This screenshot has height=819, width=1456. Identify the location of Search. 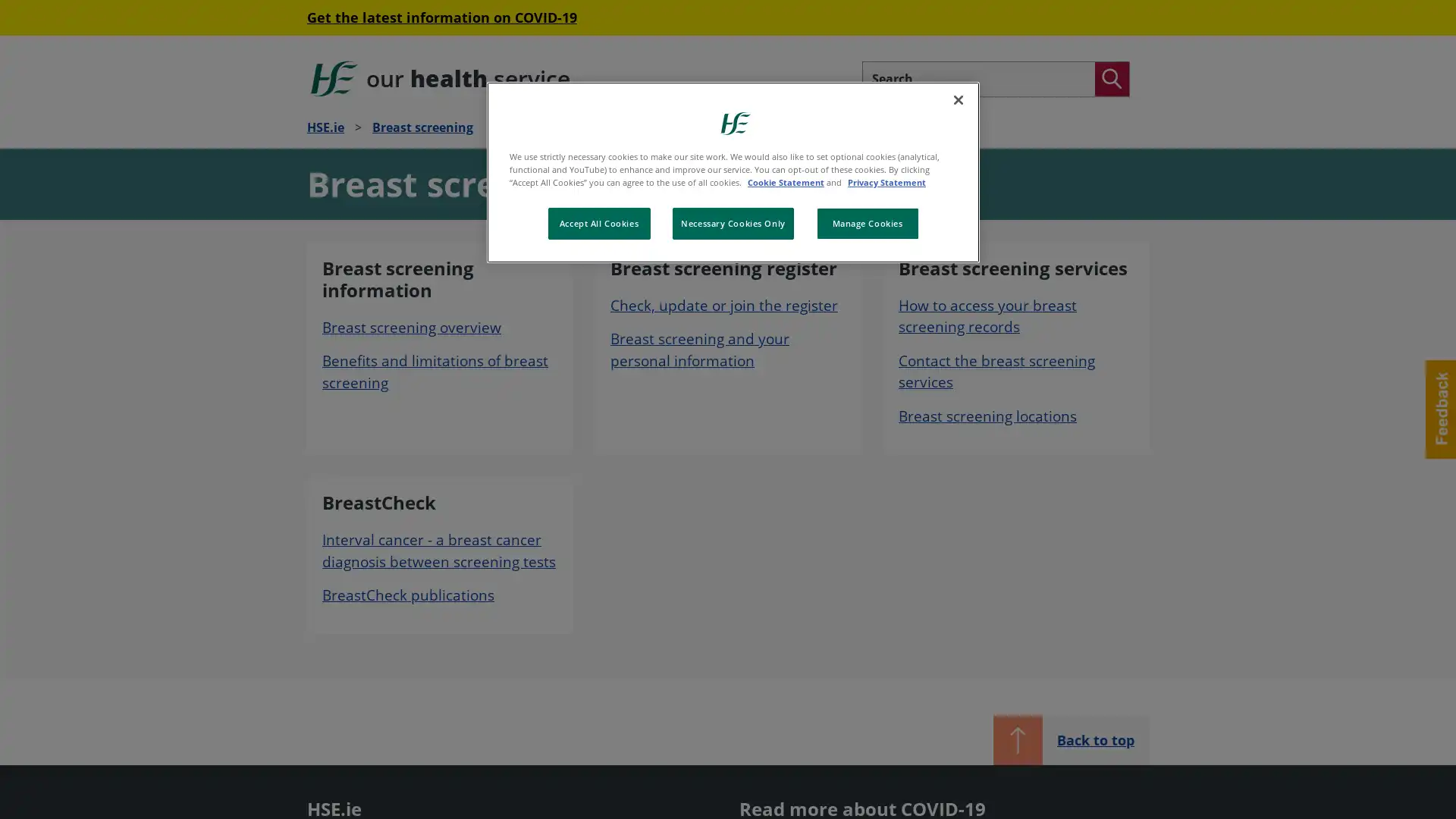
(1112, 78).